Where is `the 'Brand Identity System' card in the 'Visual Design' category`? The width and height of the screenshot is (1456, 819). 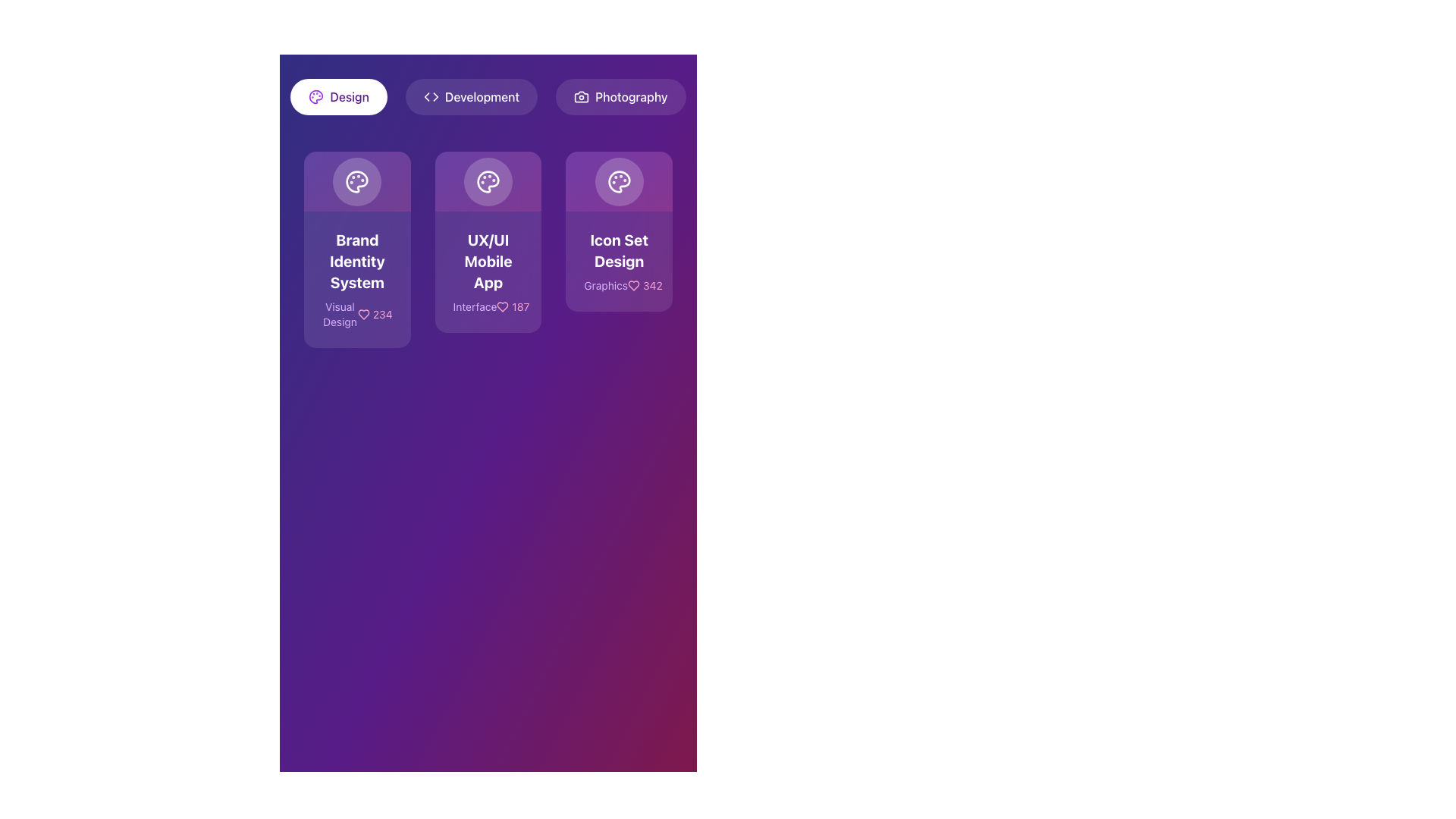
the 'Brand Identity System' card in the 'Visual Design' category is located at coordinates (356, 280).